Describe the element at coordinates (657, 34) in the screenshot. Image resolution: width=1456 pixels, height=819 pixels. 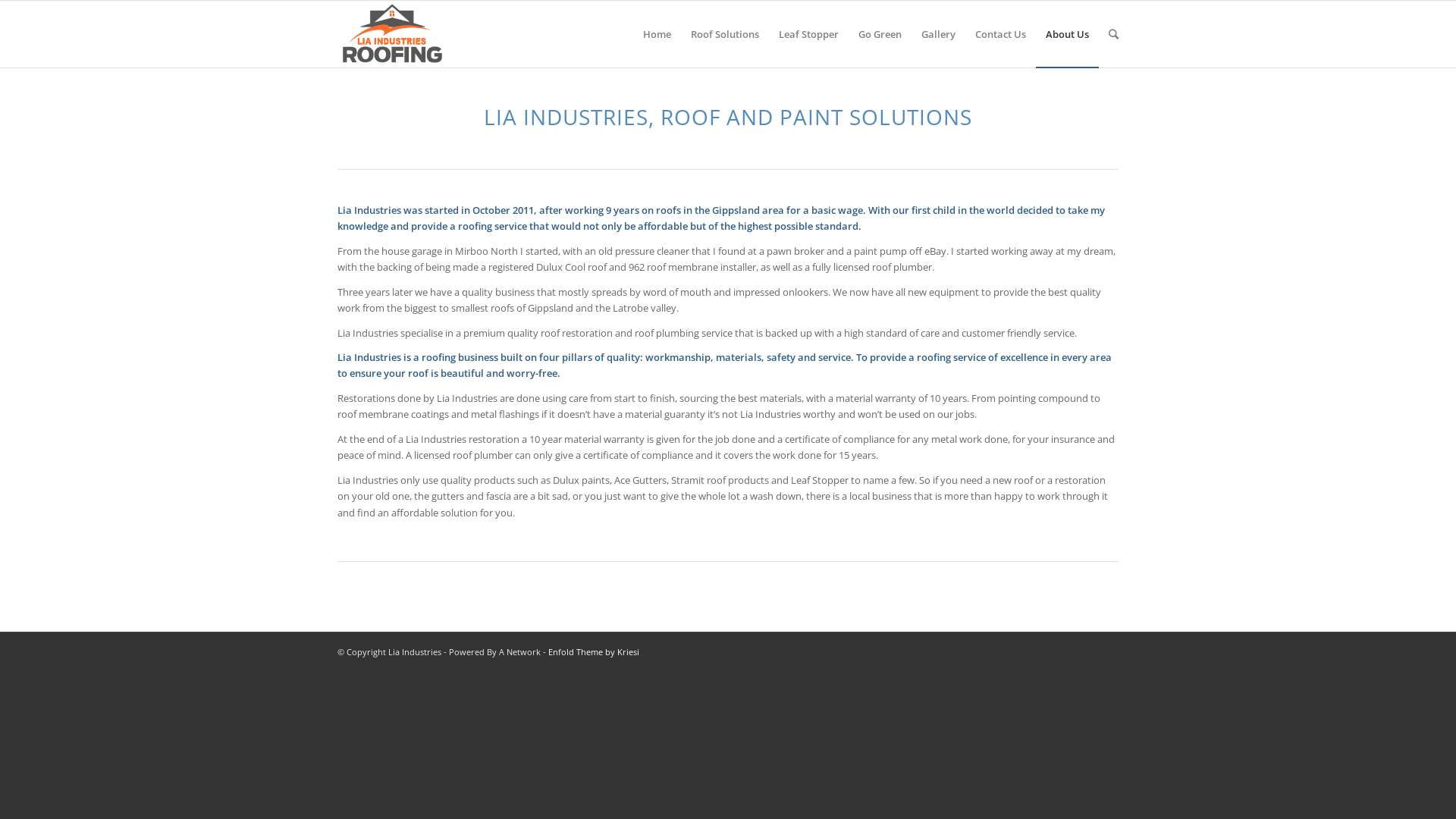
I see `'Home'` at that location.